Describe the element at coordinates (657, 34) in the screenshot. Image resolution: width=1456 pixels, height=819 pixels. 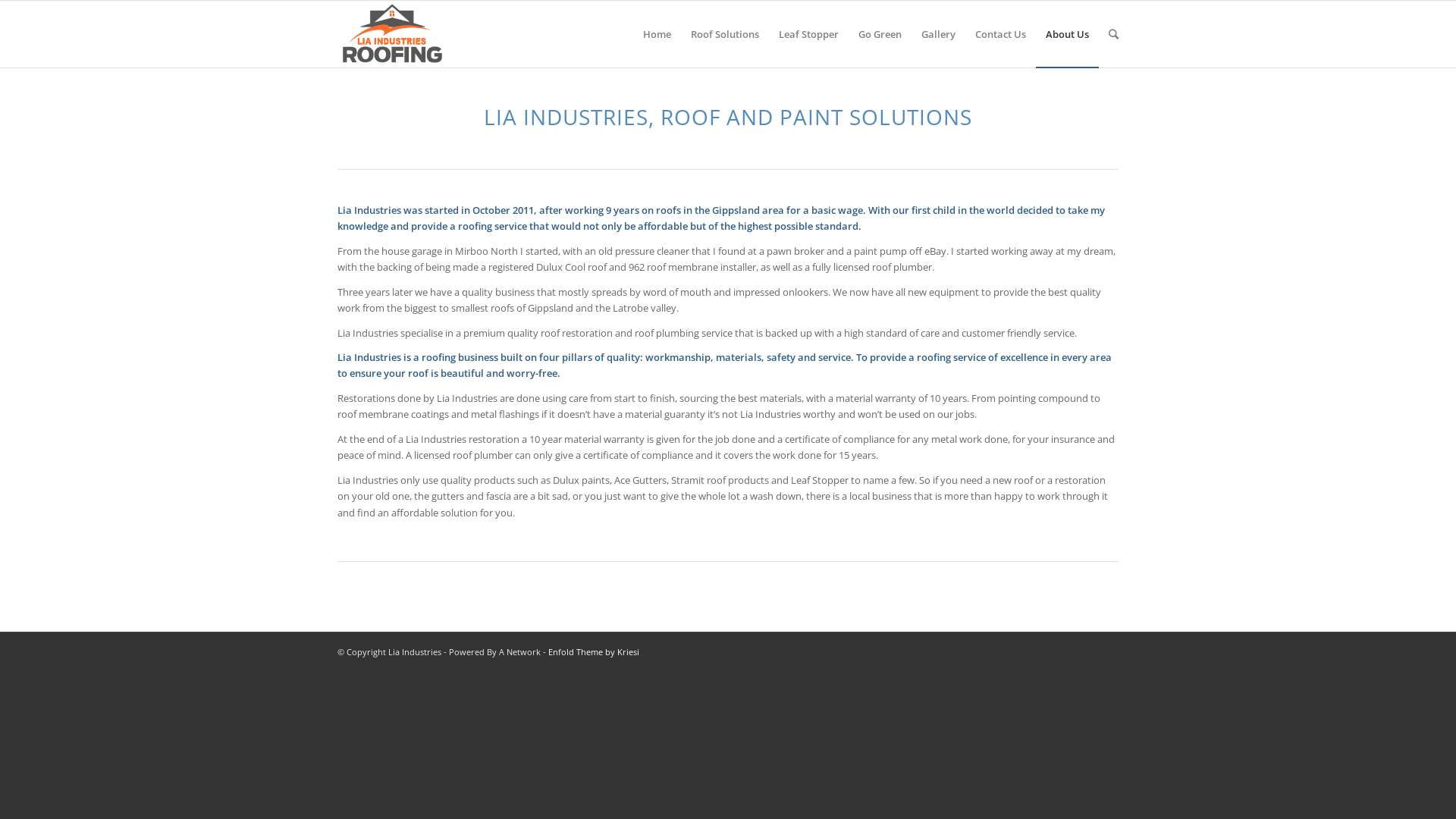
I see `'Home'` at that location.